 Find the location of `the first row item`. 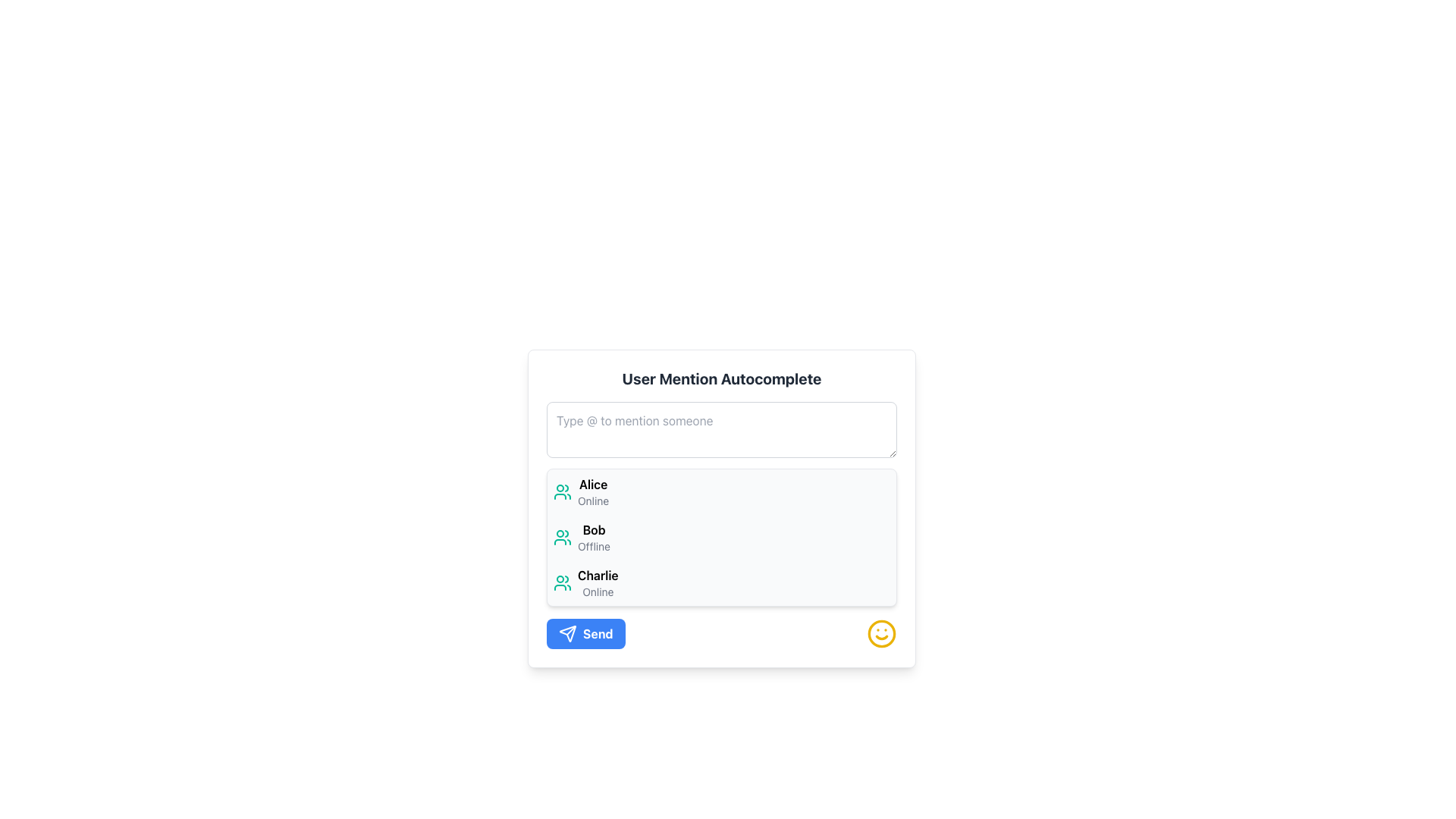

the first row item is located at coordinates (720, 491).